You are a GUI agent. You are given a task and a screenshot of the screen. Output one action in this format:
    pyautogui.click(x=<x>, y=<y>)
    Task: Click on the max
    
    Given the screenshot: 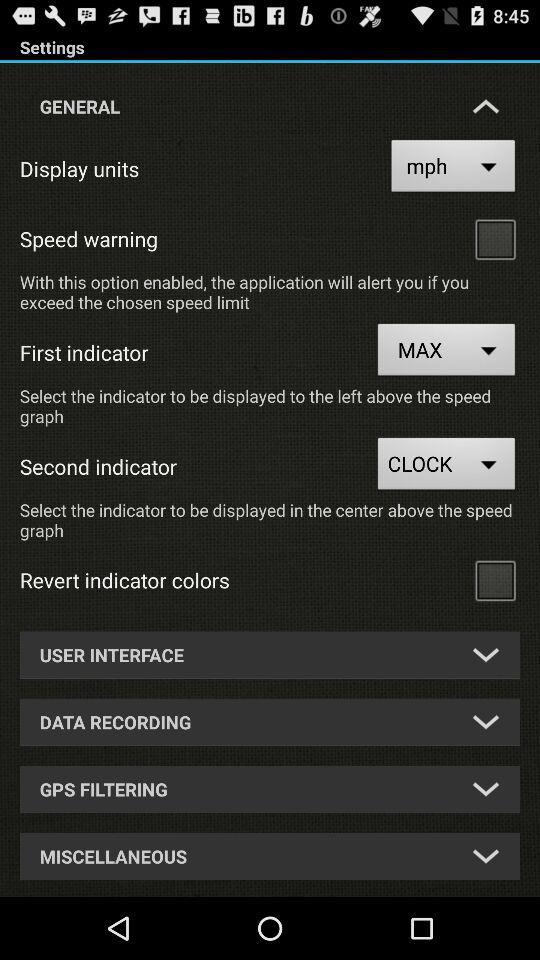 What is the action you would take?
    pyautogui.click(x=447, y=352)
    